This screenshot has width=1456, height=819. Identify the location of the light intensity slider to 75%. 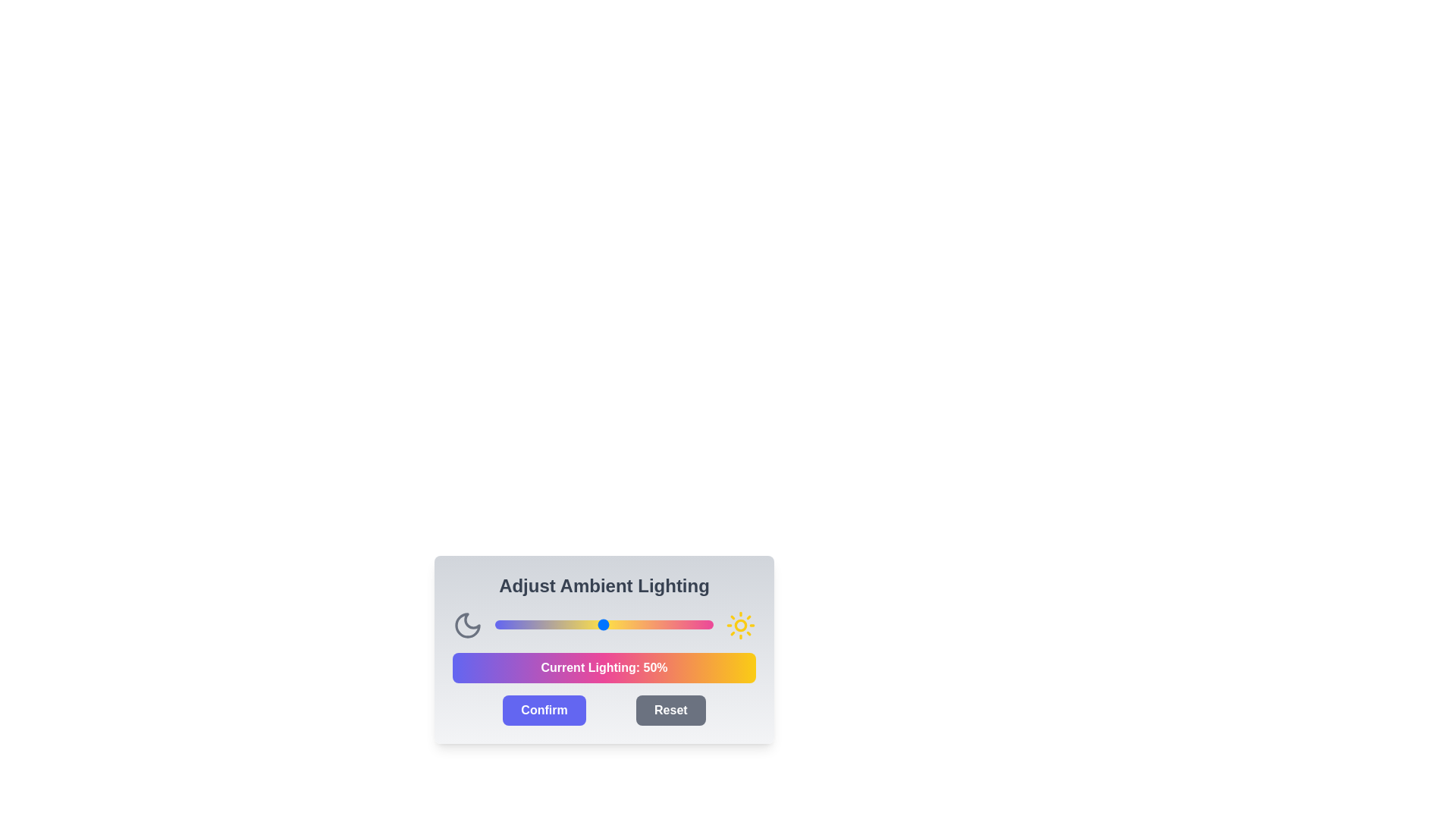
(658, 625).